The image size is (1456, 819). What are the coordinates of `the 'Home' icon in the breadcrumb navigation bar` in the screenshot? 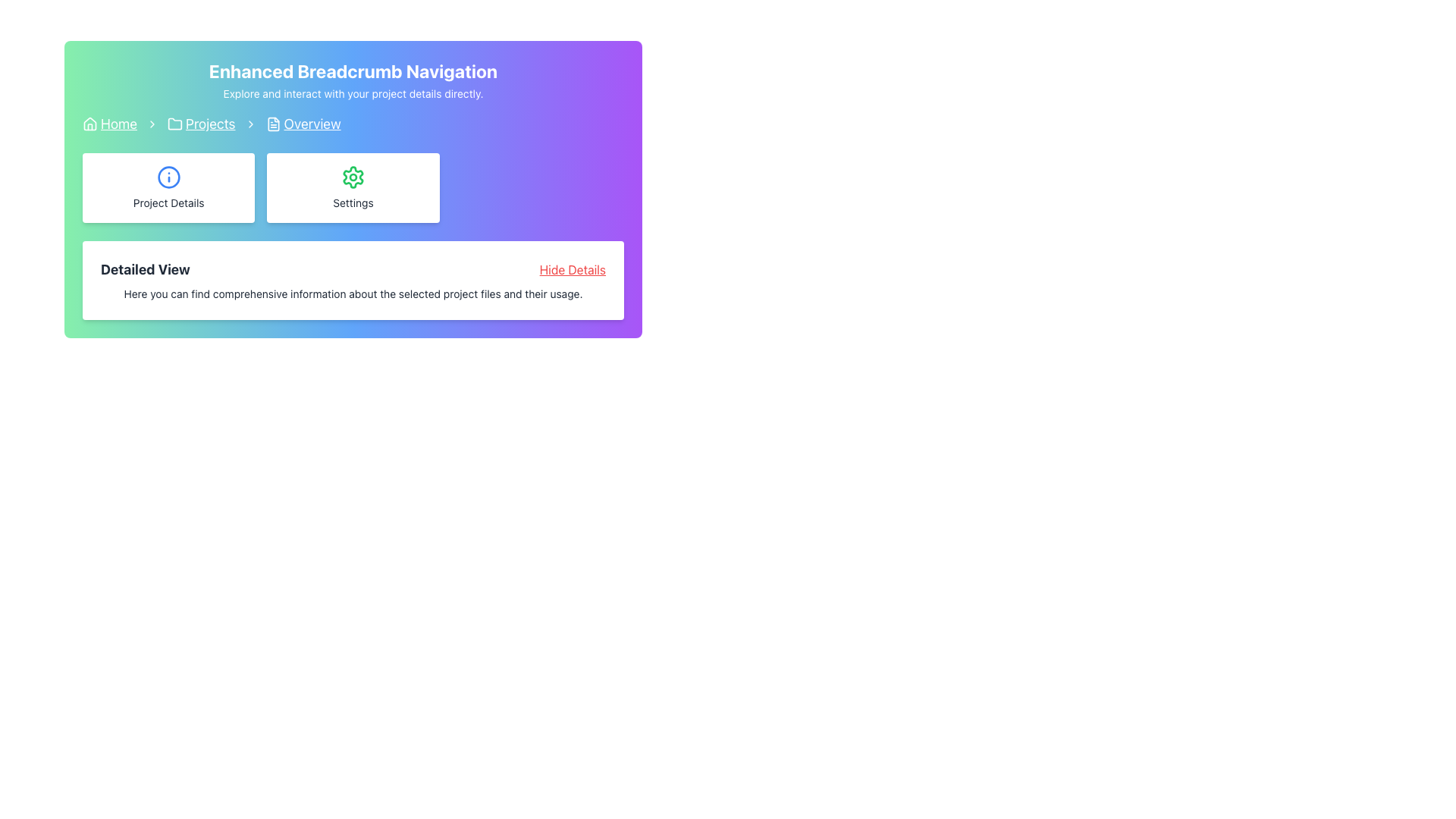 It's located at (89, 122).